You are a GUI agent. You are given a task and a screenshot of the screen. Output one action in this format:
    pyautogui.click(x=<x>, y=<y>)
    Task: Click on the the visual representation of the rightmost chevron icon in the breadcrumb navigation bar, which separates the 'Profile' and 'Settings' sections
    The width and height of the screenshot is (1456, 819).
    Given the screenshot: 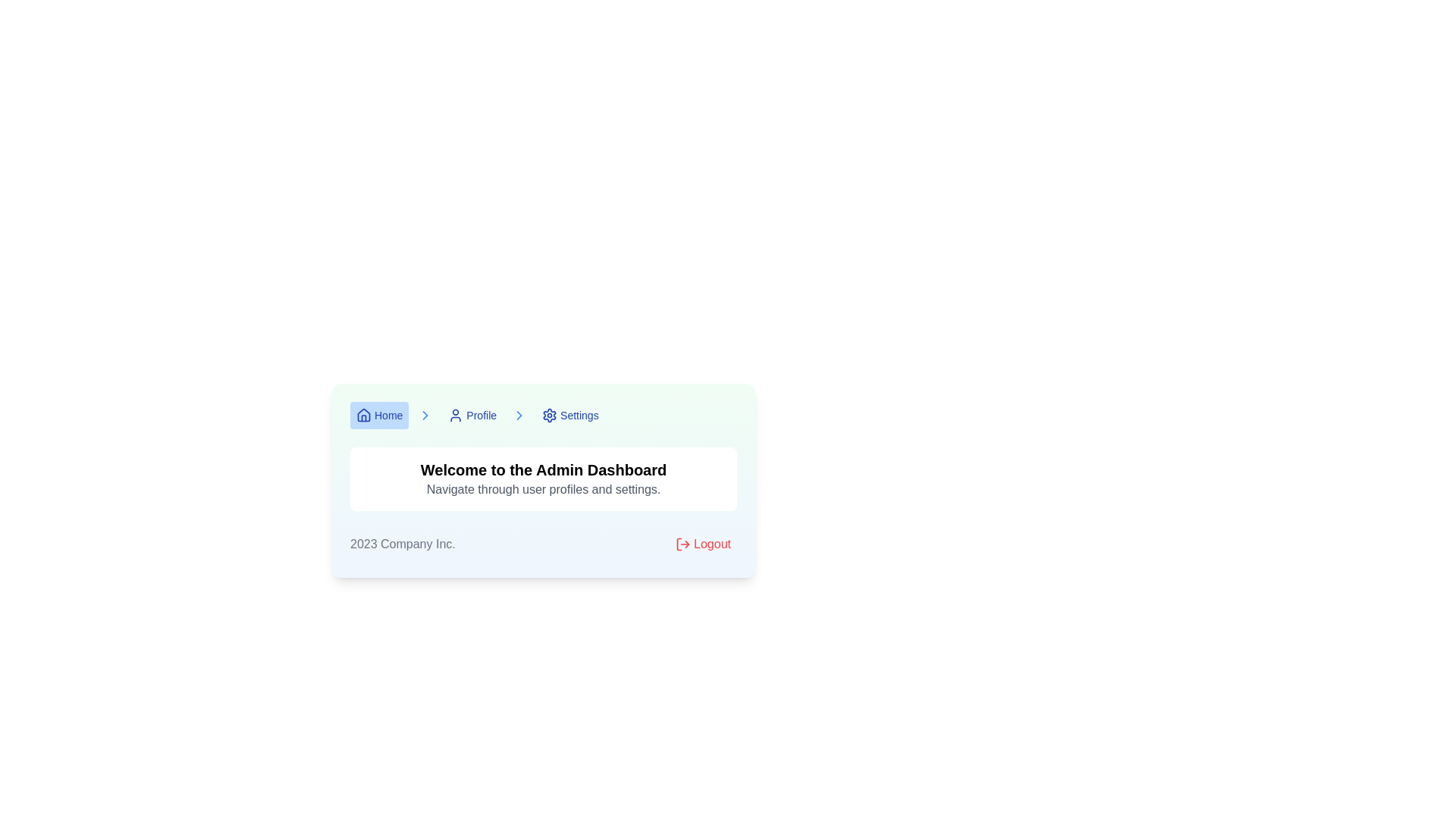 What is the action you would take?
    pyautogui.click(x=519, y=415)
    